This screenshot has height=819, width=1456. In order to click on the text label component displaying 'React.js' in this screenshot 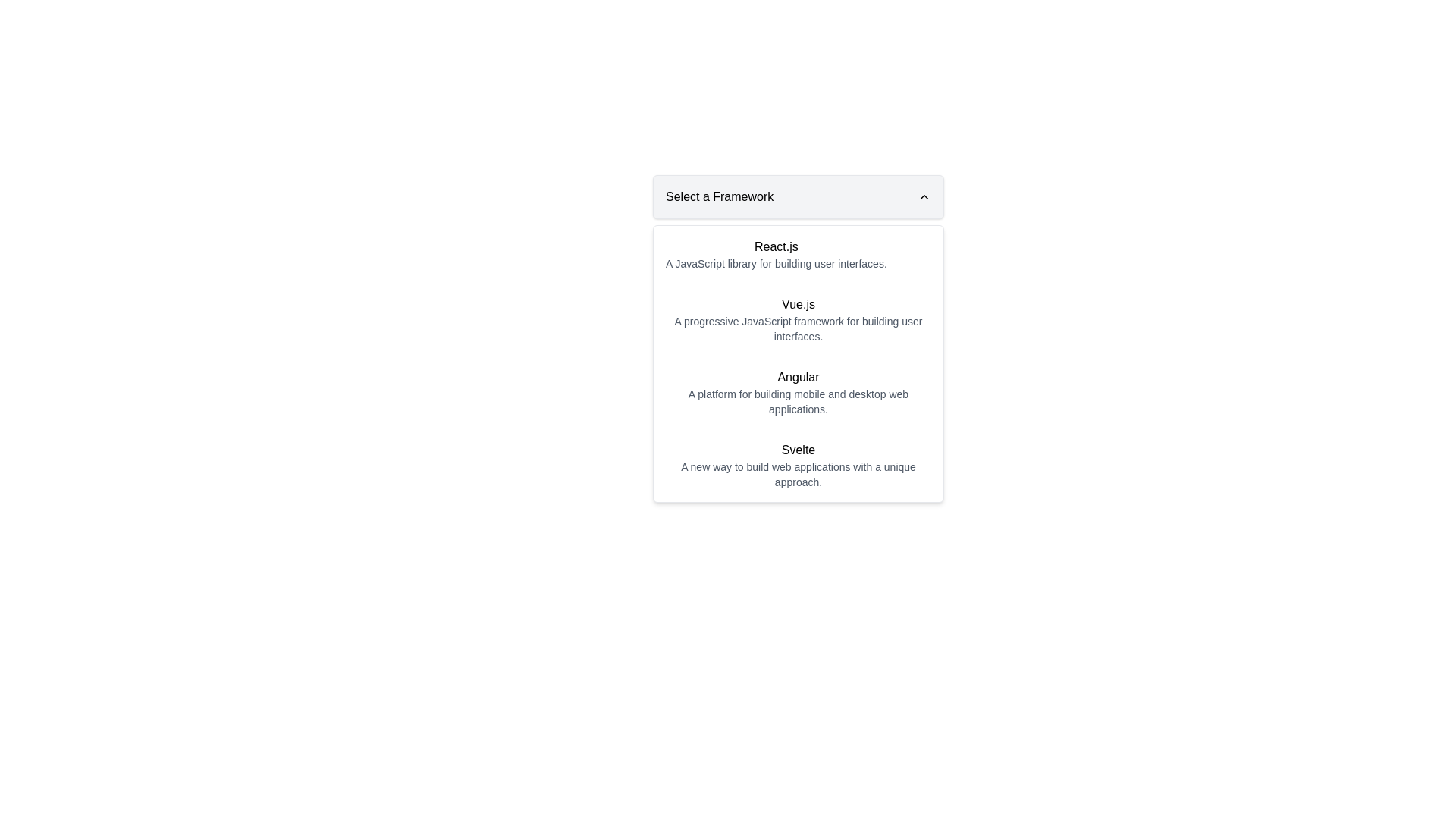, I will do `click(776, 253)`.